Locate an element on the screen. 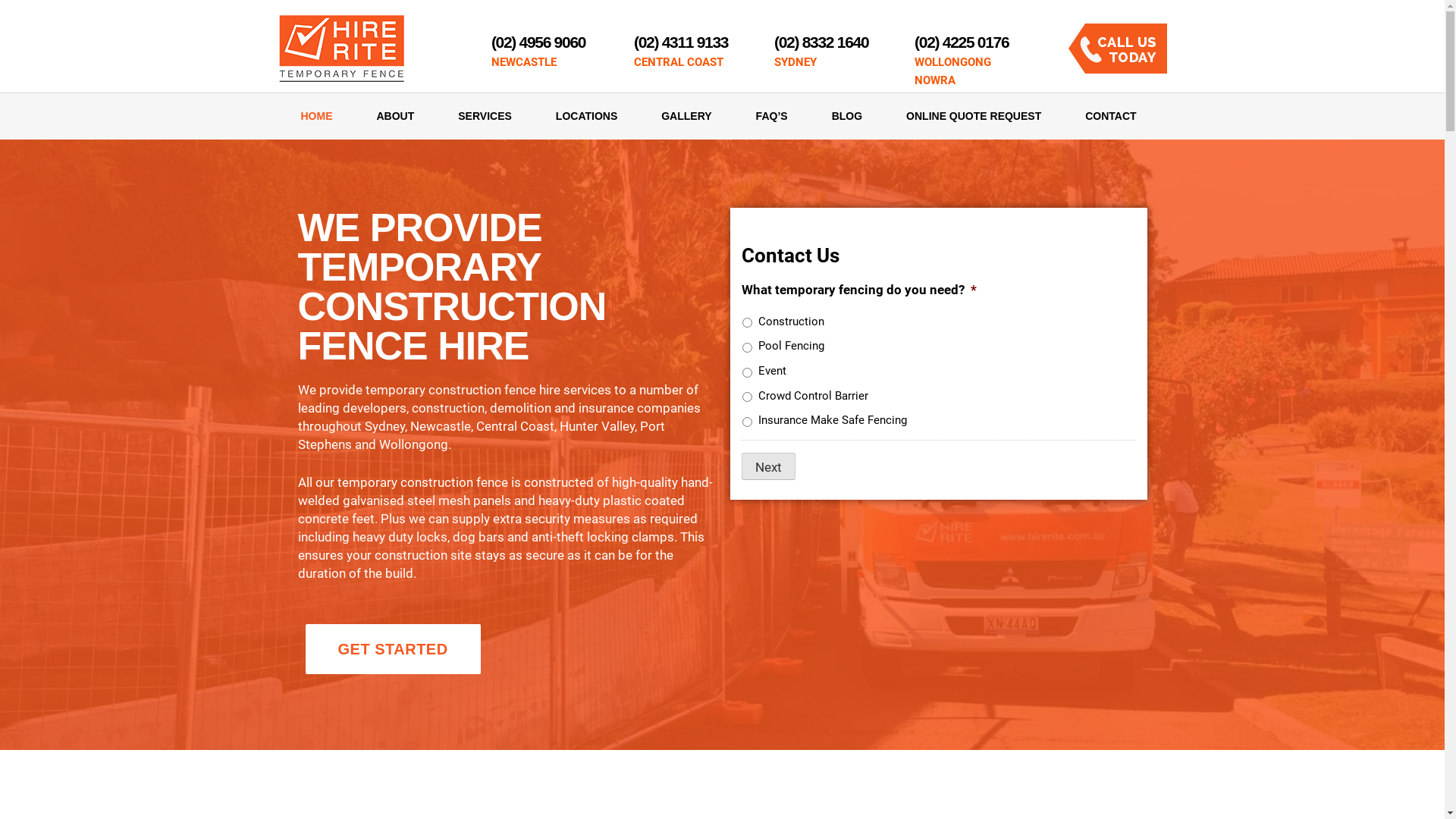 This screenshot has height=819, width=1456. '(02) 4956 9060' is located at coordinates (538, 41).